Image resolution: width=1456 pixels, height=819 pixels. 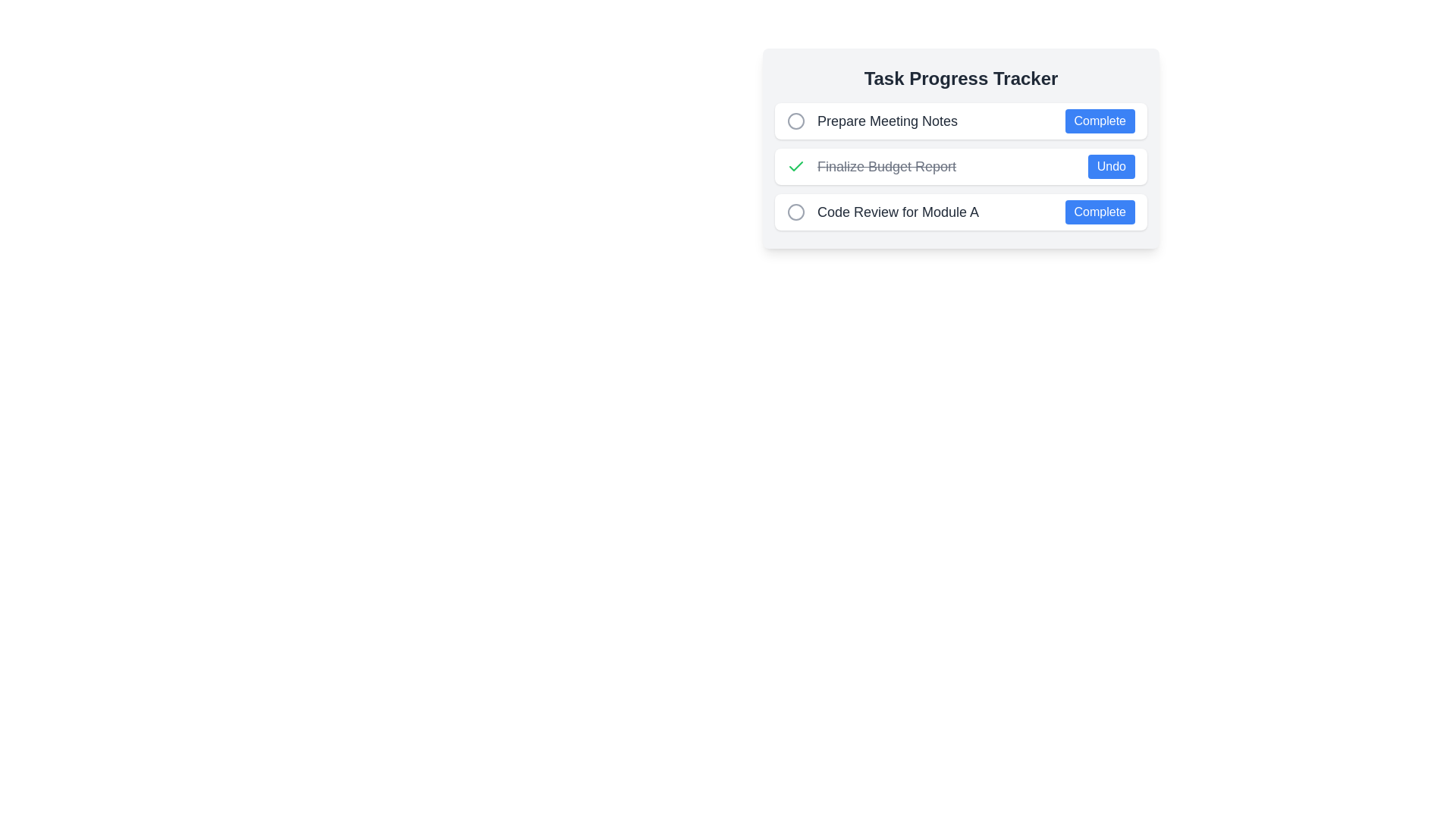 I want to click on the Text Label displaying 'Finalize Budget Report' with a strikethrough style, indicating its completion, so click(x=871, y=166).